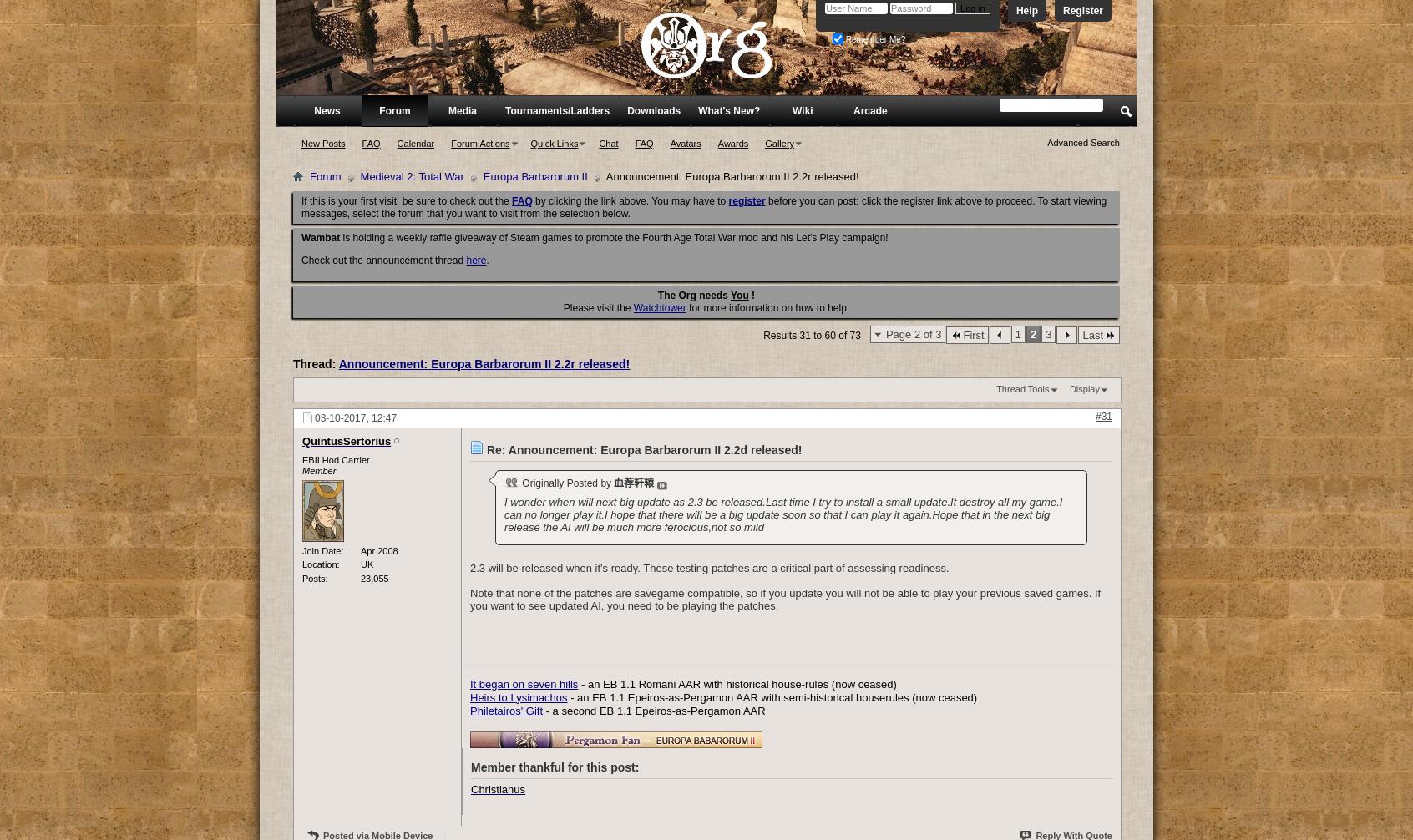 This screenshot has height=840, width=1413. Describe the element at coordinates (1046, 143) in the screenshot. I see `'Advanced Search'` at that location.